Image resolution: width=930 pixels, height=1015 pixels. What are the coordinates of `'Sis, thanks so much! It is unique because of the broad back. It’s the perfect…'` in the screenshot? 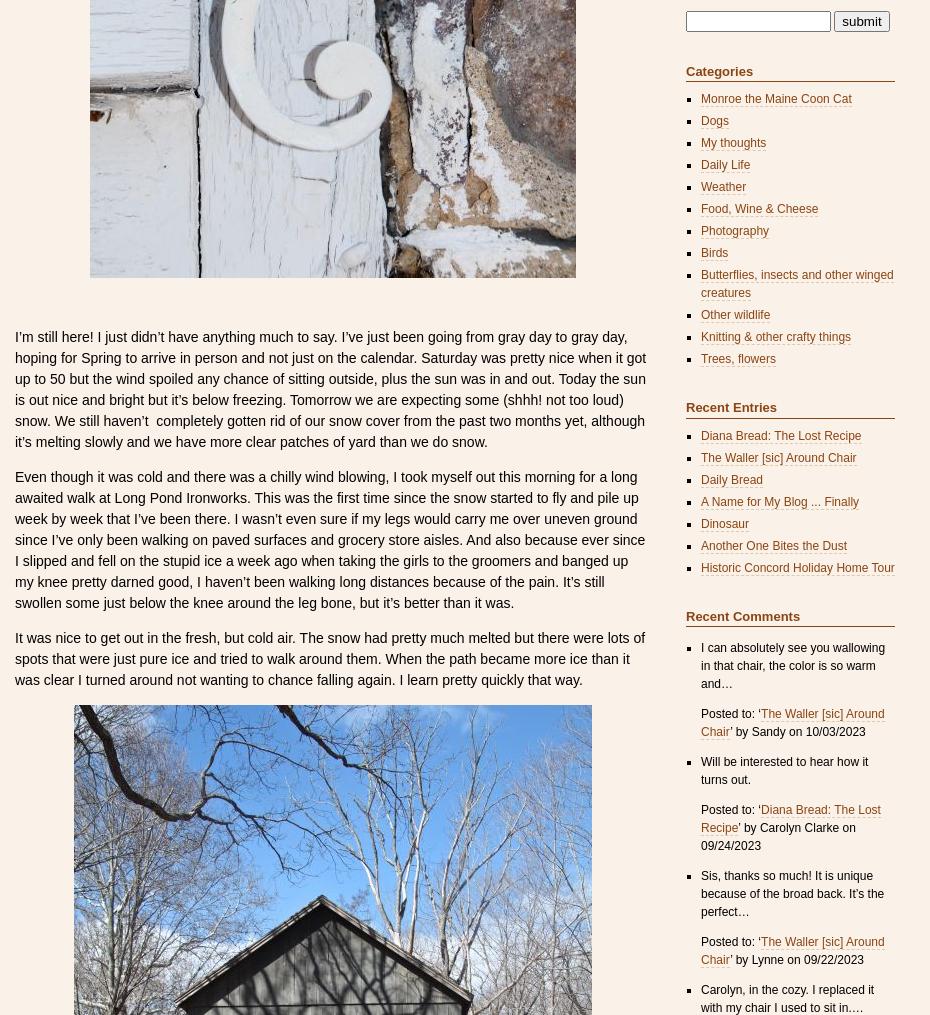 It's located at (791, 893).